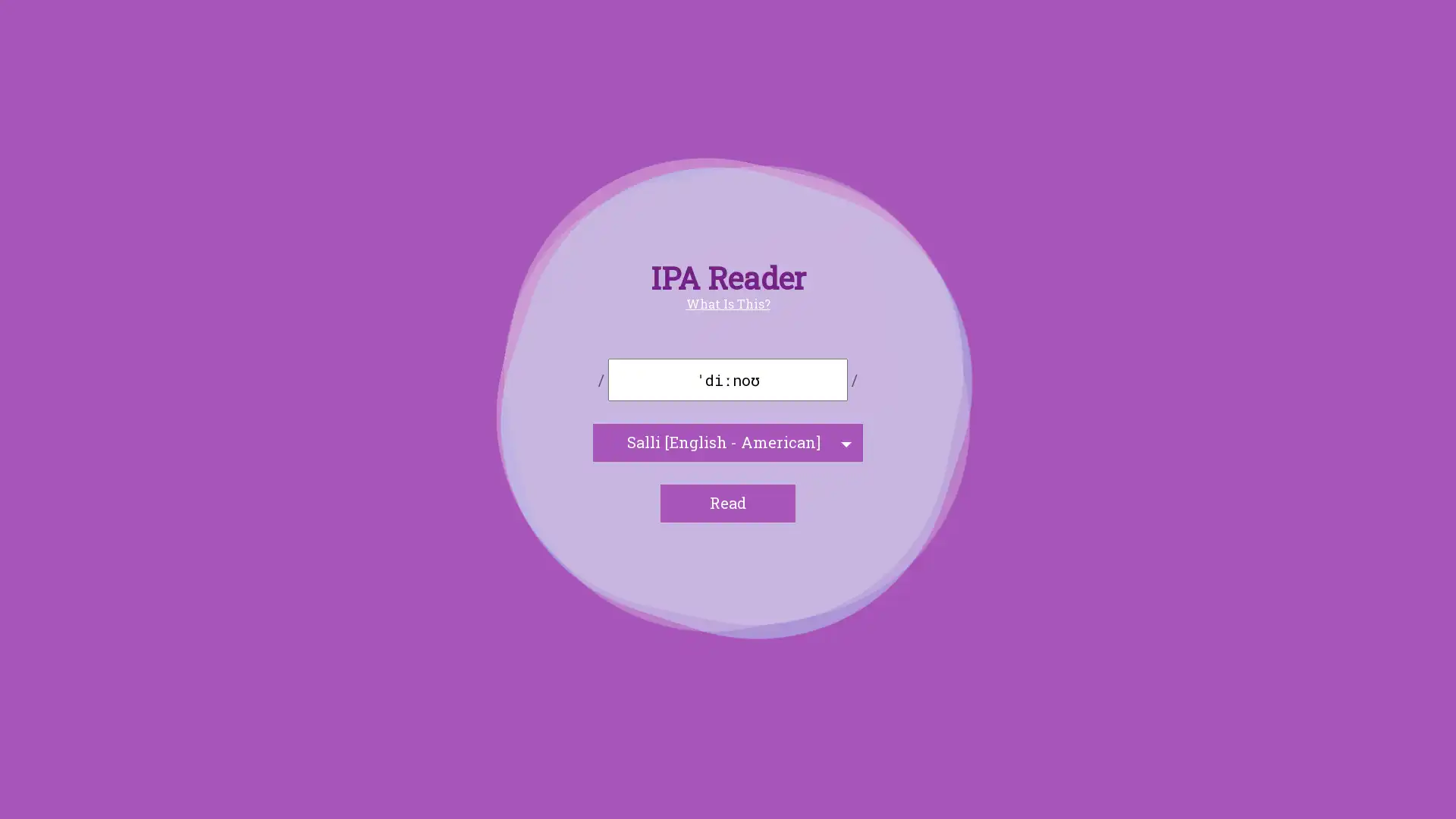  What do you see at coordinates (728, 503) in the screenshot?
I see `Read` at bounding box center [728, 503].